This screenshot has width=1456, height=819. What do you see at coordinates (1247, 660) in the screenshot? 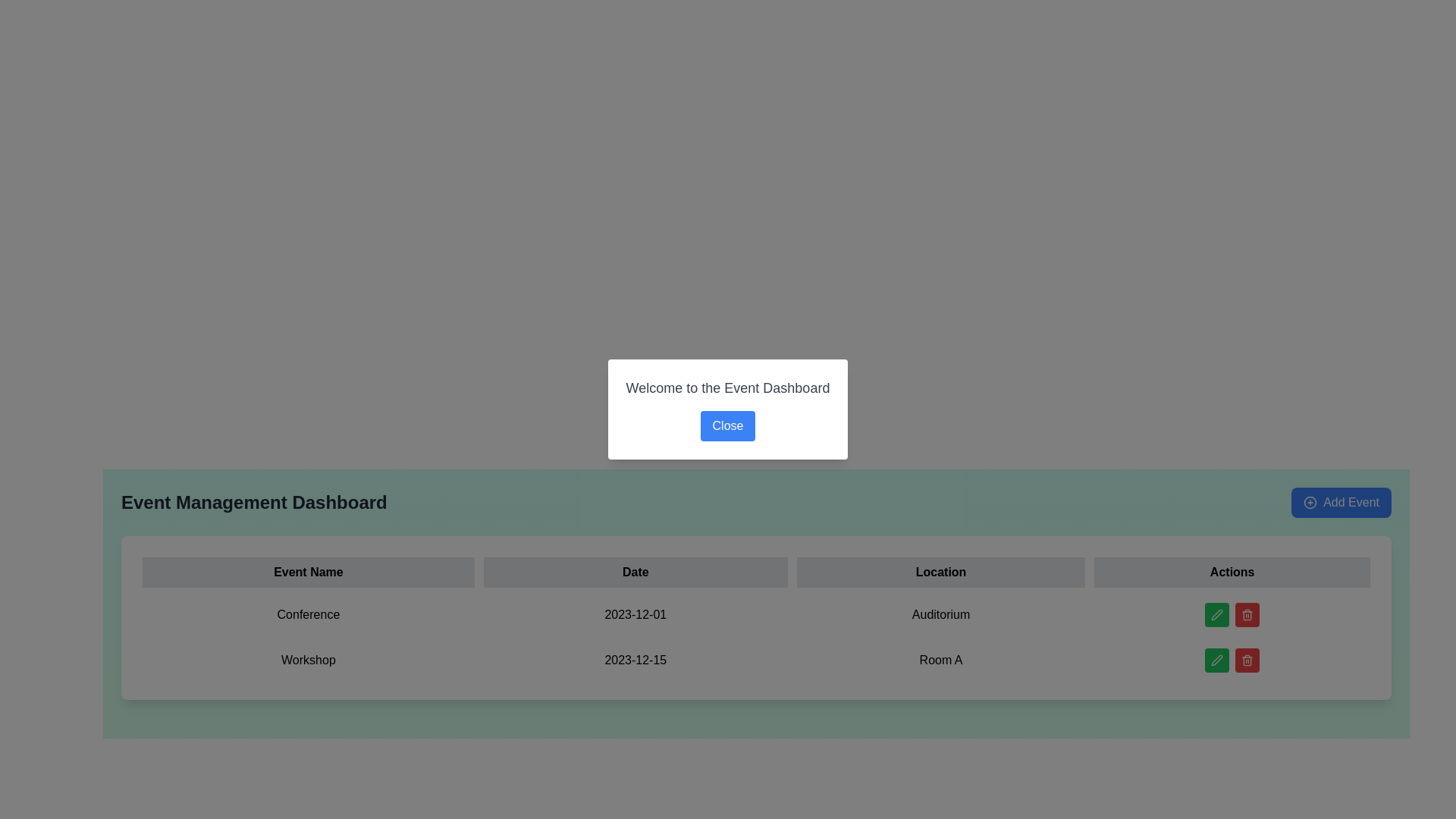
I see `the red button with rounded edges and a trash bin icon located in the 'Actions' column of the second row of the event entry table` at bounding box center [1247, 660].